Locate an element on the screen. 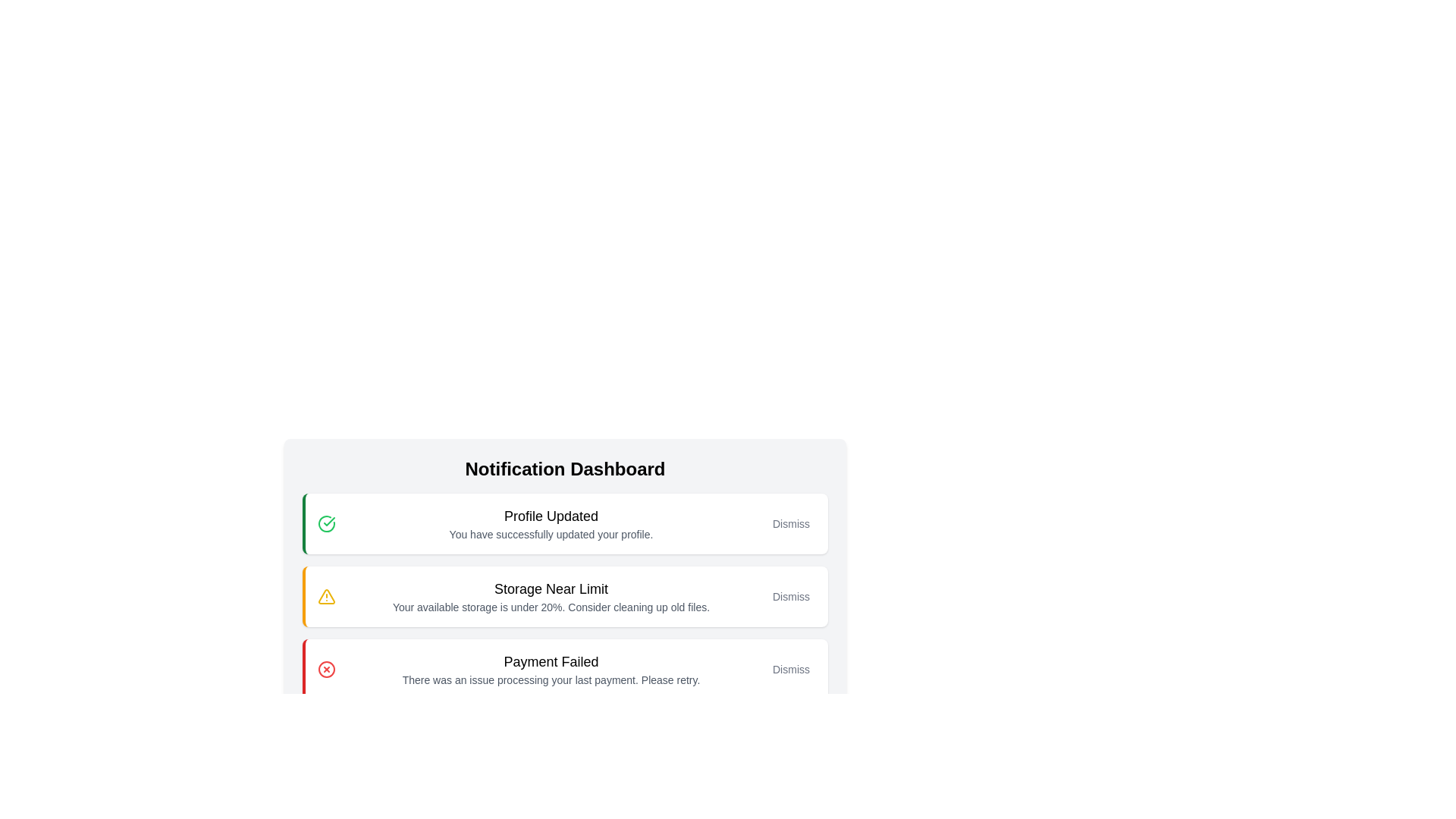  the bold, large-sized text label reading 'Notification Dashboard' at the top of the notification panel is located at coordinates (564, 468).